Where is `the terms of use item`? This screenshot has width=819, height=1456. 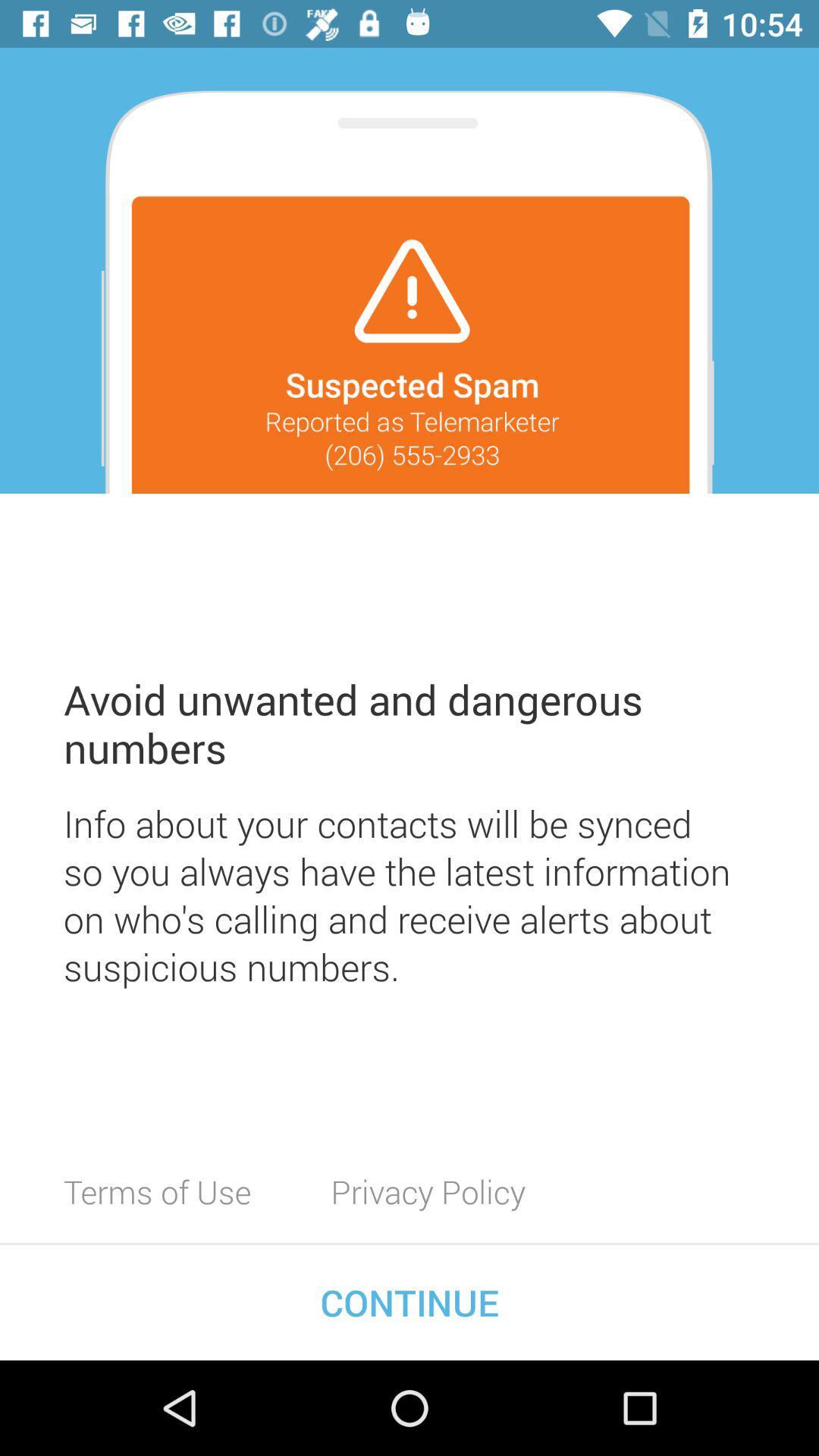
the terms of use item is located at coordinates (157, 1191).